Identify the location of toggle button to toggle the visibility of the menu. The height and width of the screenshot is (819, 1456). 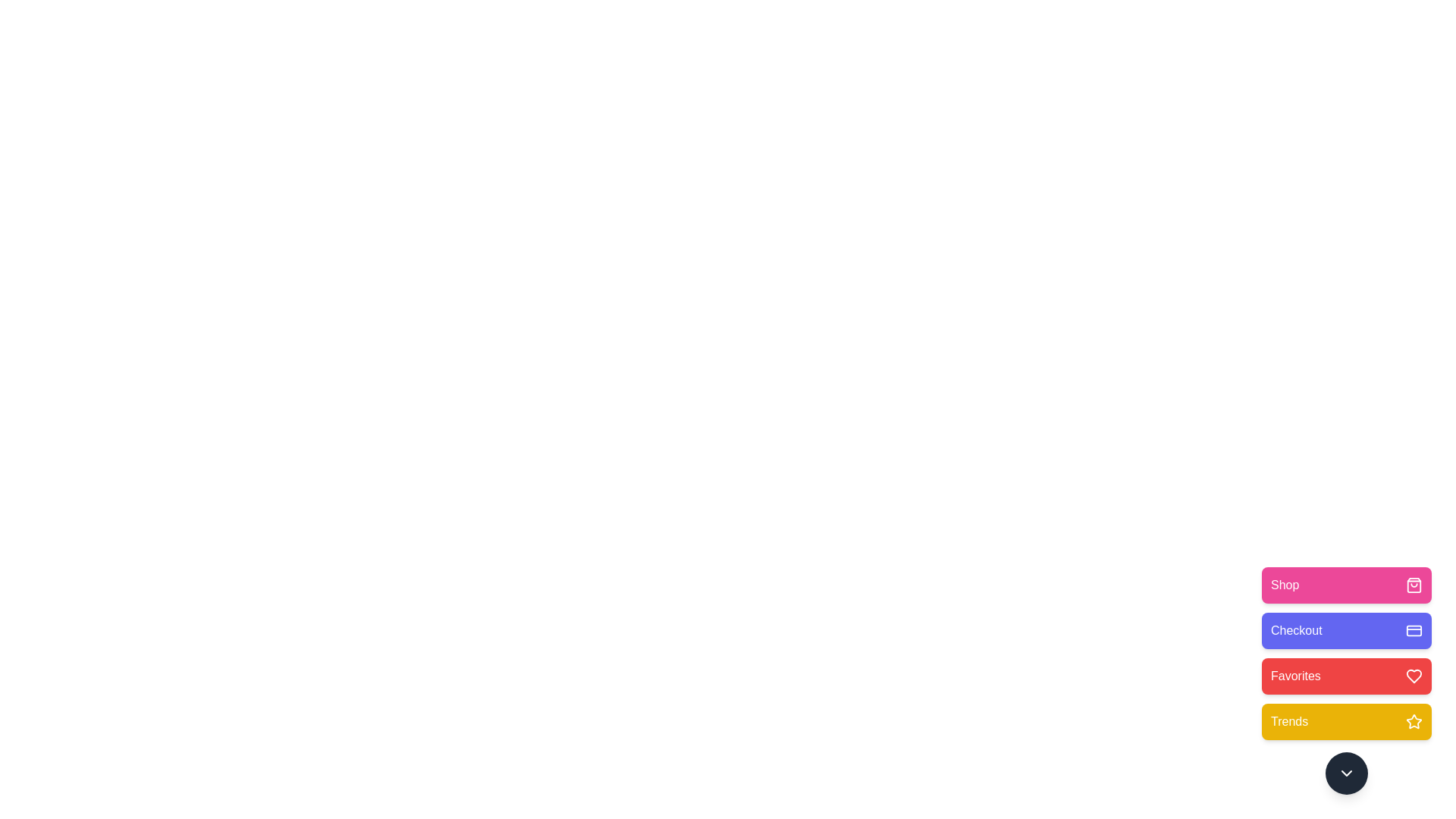
(1347, 773).